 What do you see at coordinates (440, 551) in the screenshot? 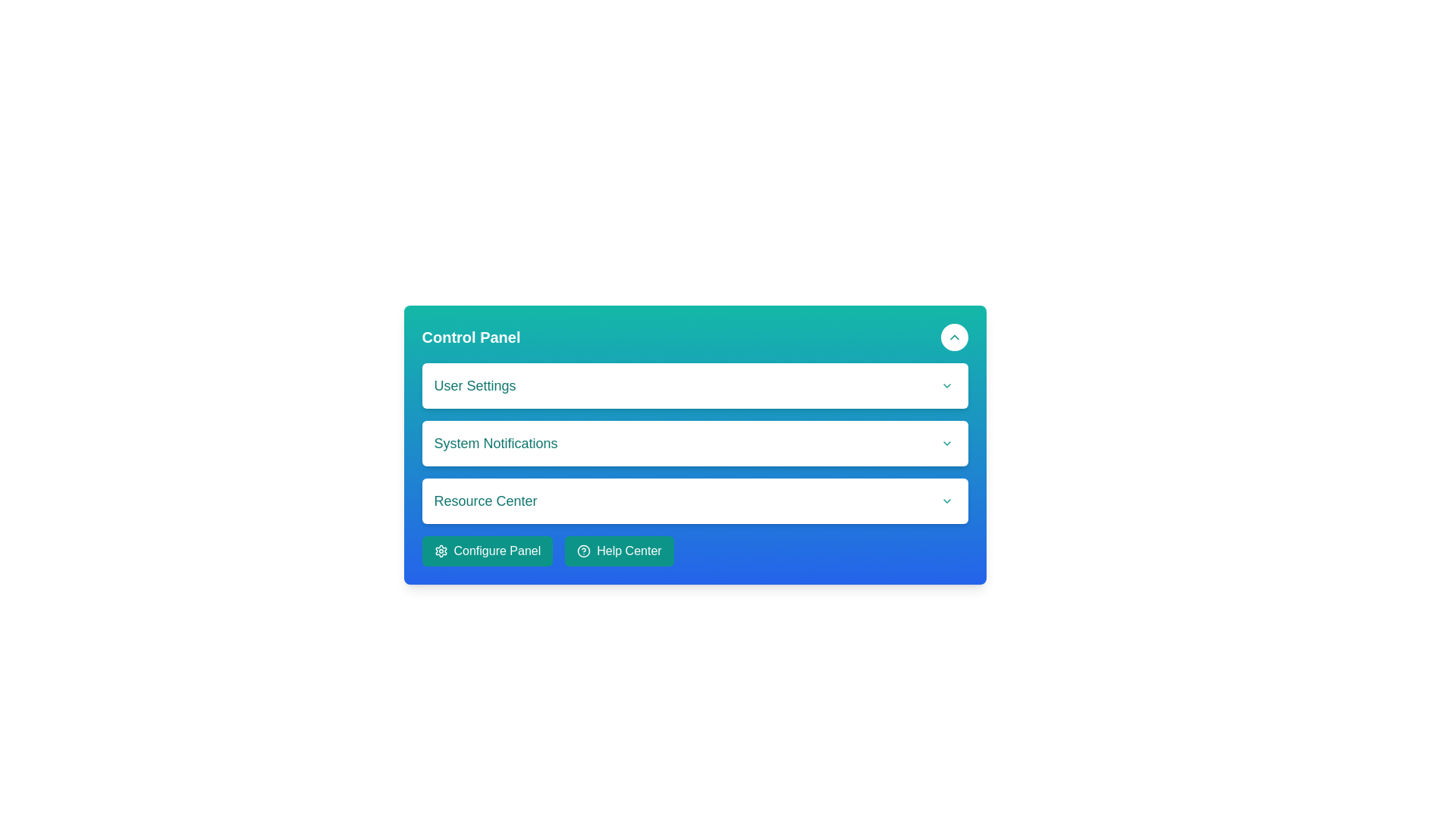
I see `the gear icon which represents settings within the 'Configure Panel' button located at the lower-left of the control panel interface` at bounding box center [440, 551].